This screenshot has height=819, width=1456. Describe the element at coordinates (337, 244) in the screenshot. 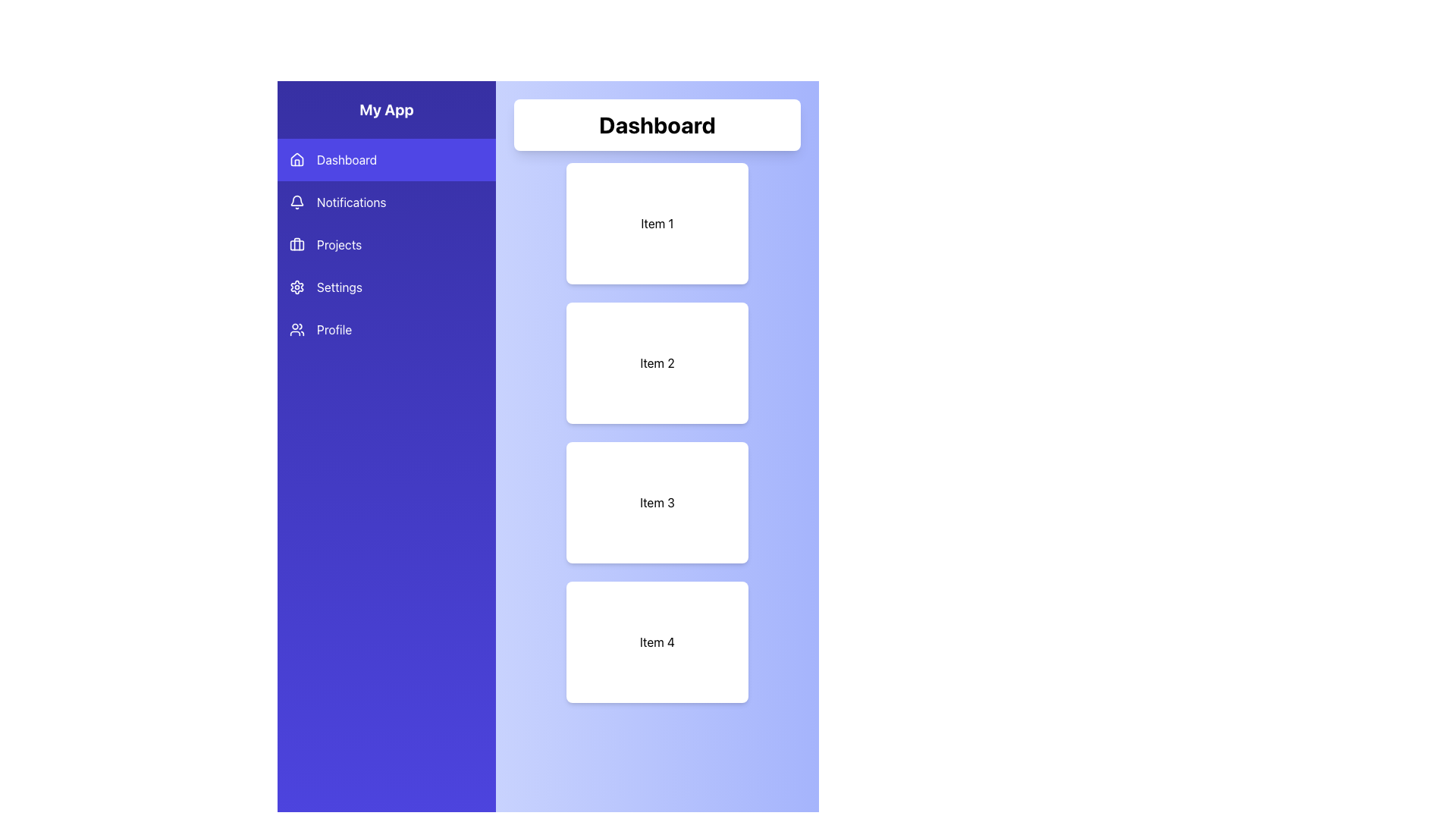

I see `the 'Projects' text label in the vertical navigation menu` at that location.